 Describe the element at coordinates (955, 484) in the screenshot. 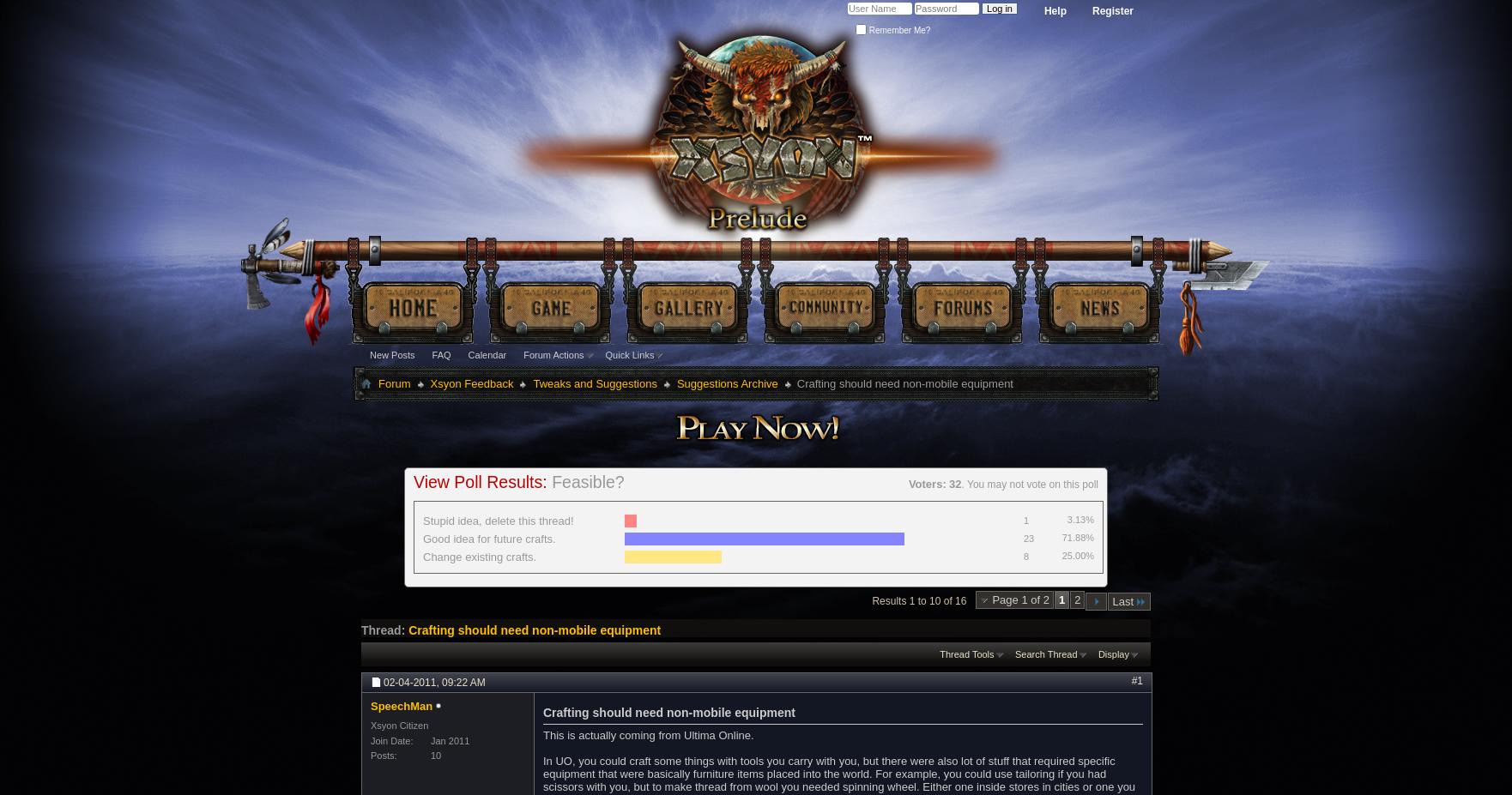

I see `'32'` at that location.